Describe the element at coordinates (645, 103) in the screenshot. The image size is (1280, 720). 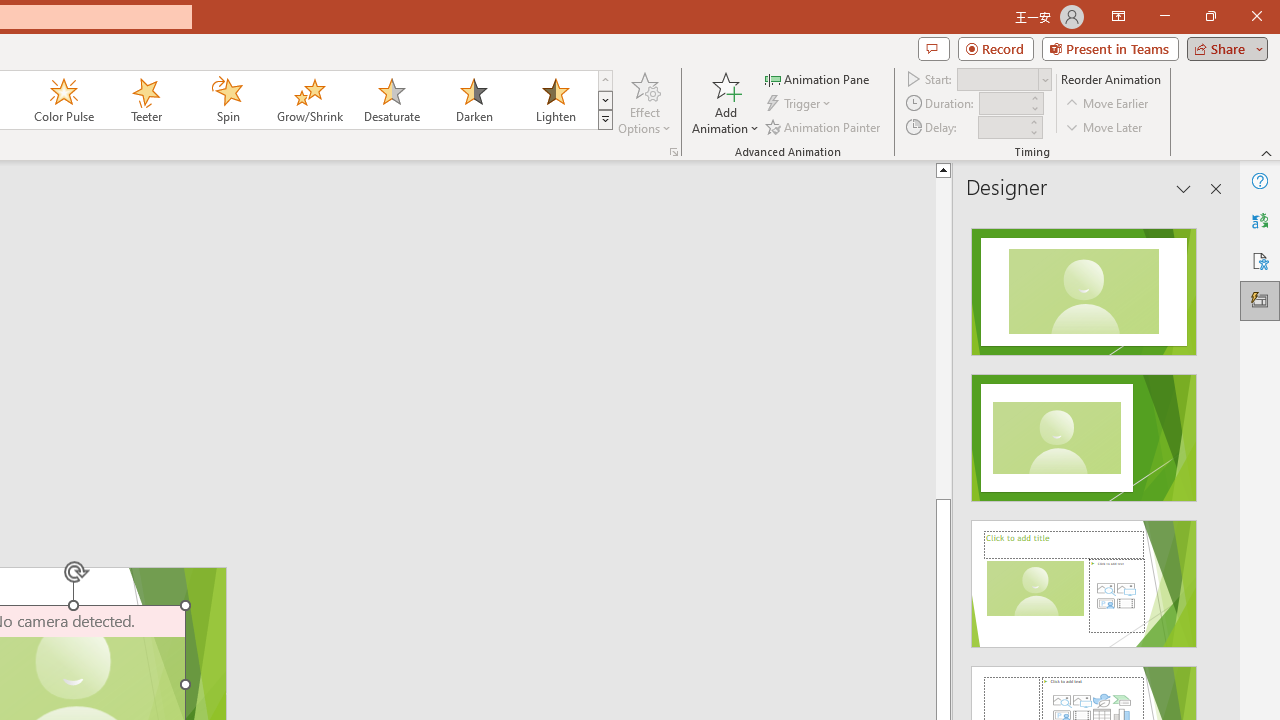
I see `'Effect Options'` at that location.